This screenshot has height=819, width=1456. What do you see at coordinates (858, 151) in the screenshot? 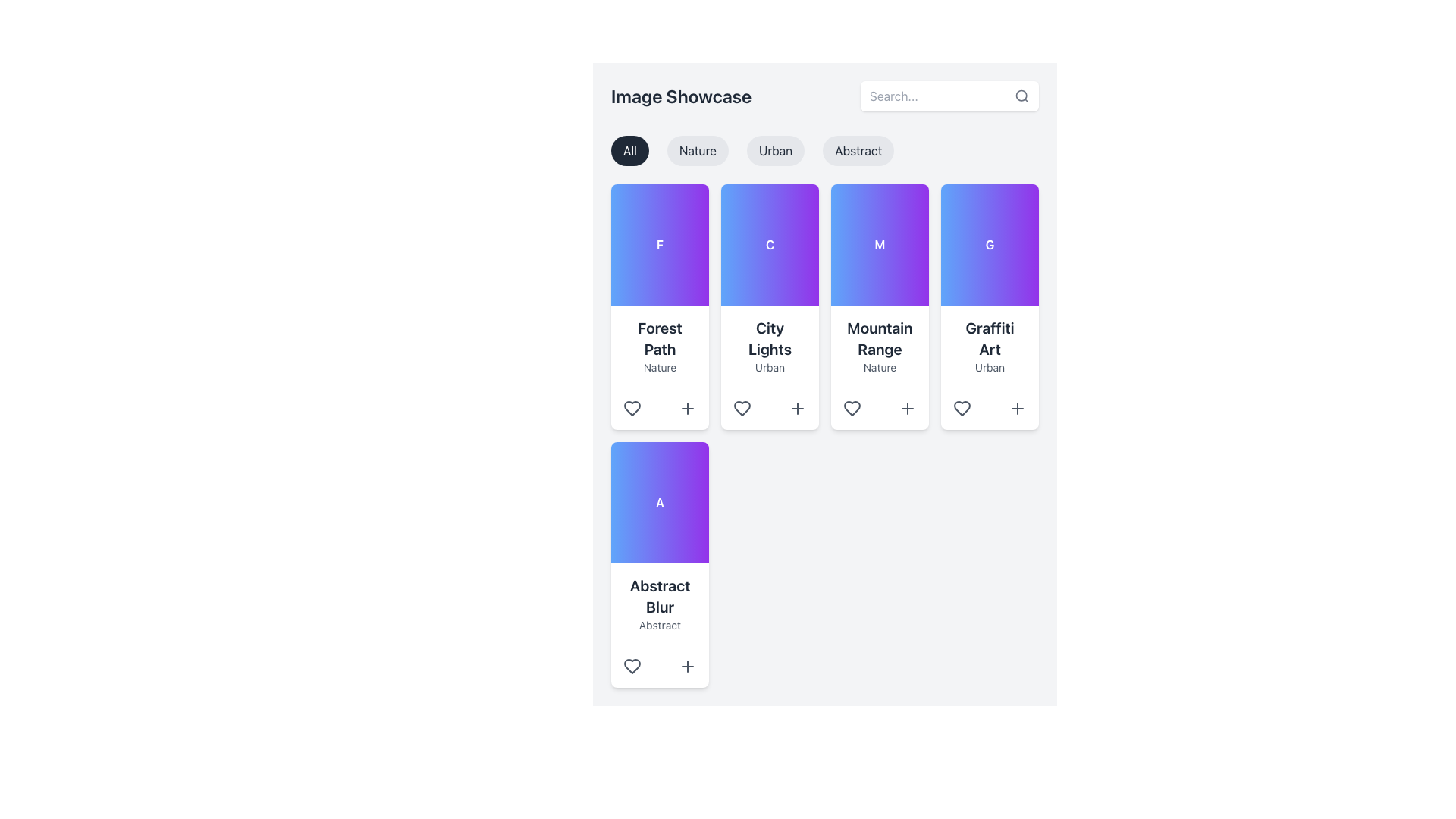
I see `the horizontally elliptical button labeled 'Abstract' with a light gray background` at bounding box center [858, 151].